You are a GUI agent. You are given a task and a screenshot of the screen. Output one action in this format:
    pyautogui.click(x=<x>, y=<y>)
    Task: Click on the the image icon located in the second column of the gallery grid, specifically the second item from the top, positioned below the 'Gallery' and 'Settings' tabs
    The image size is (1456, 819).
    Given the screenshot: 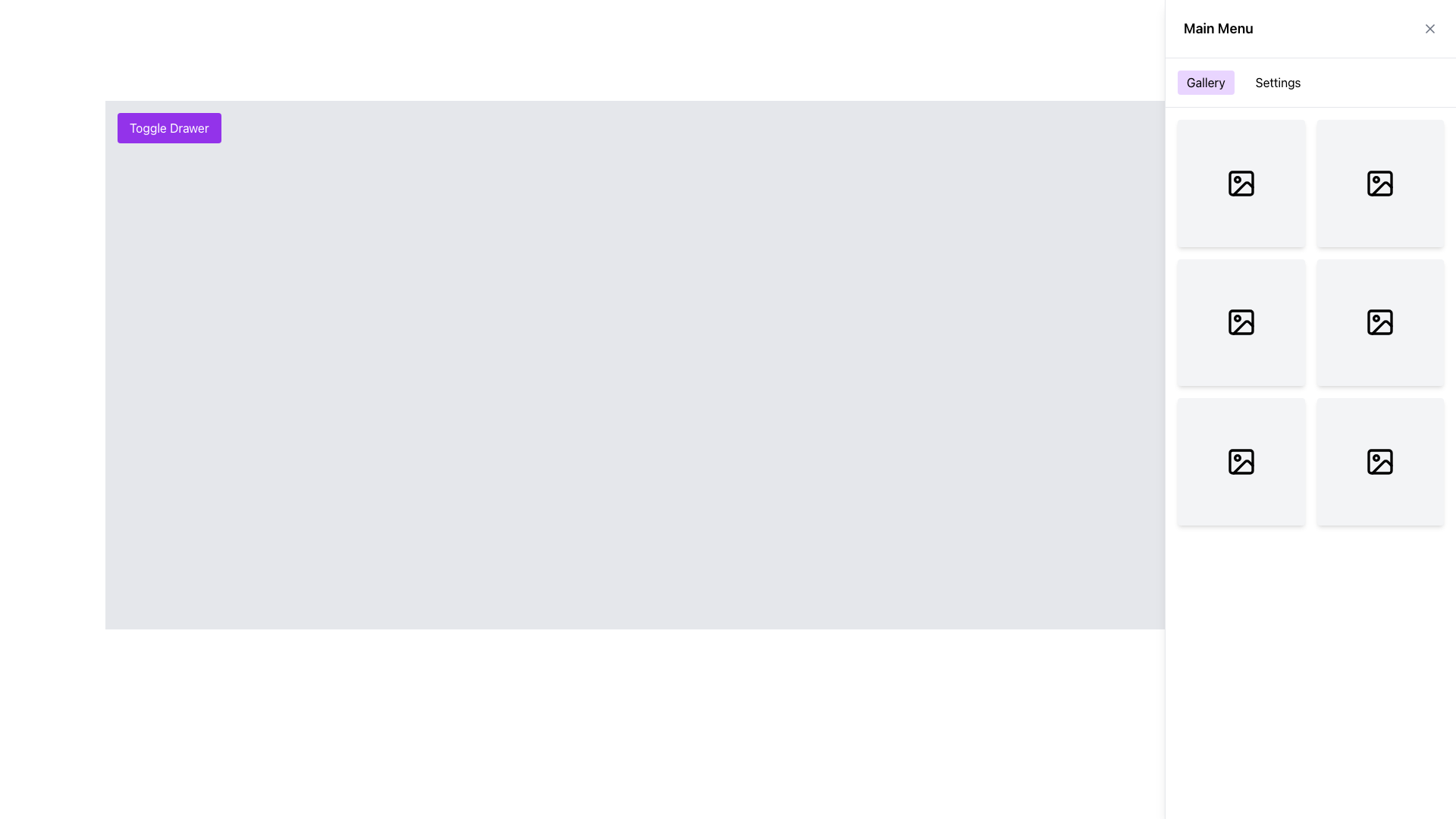 What is the action you would take?
    pyautogui.click(x=1241, y=322)
    